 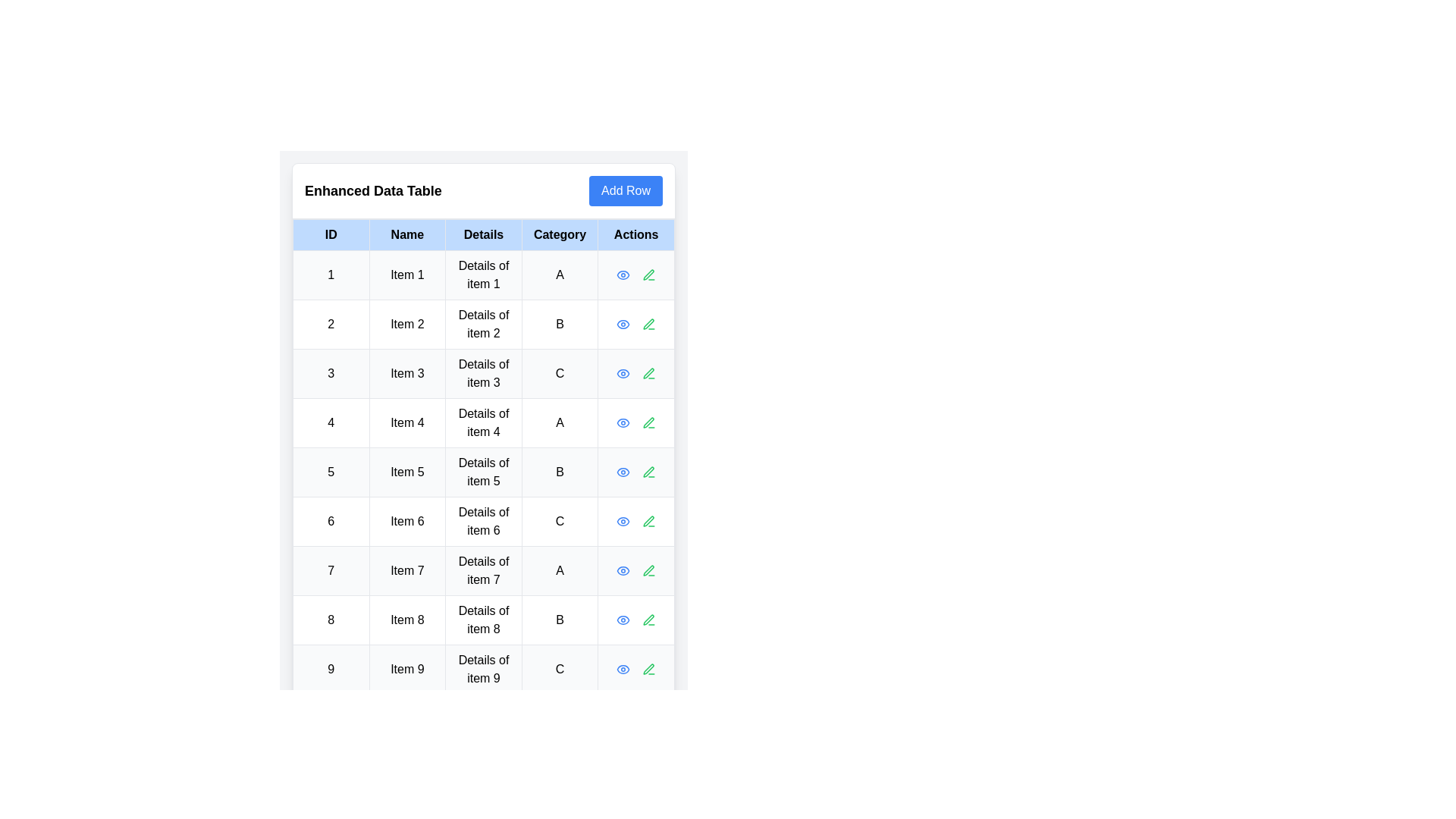 I want to click on the 'view details' button located in the first row of the 'Actions' column in the table, which is the first interactive button before a green pencil-shaped icon, so click(x=623, y=275).